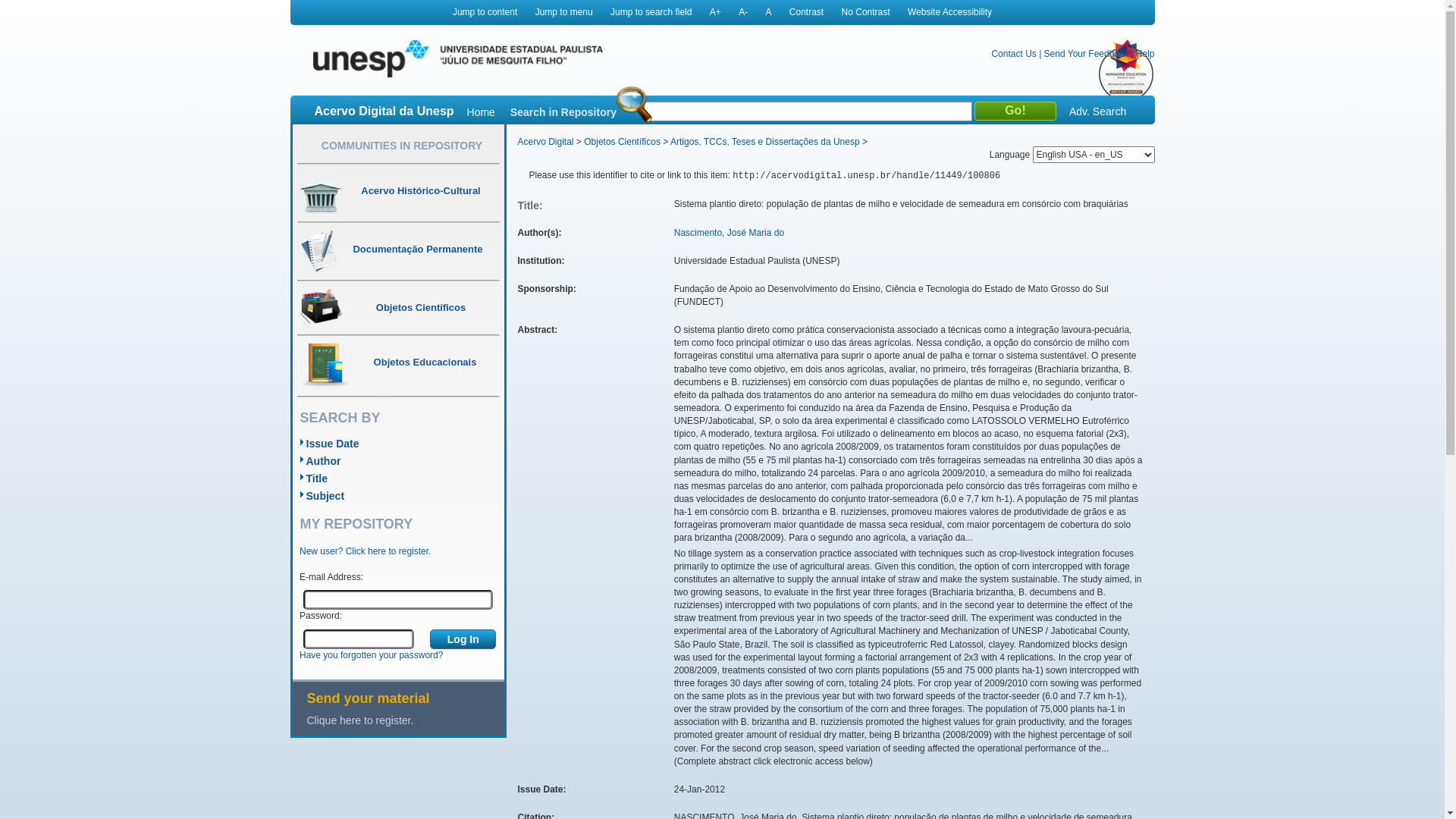  I want to click on 'Log In', so click(462, 639).